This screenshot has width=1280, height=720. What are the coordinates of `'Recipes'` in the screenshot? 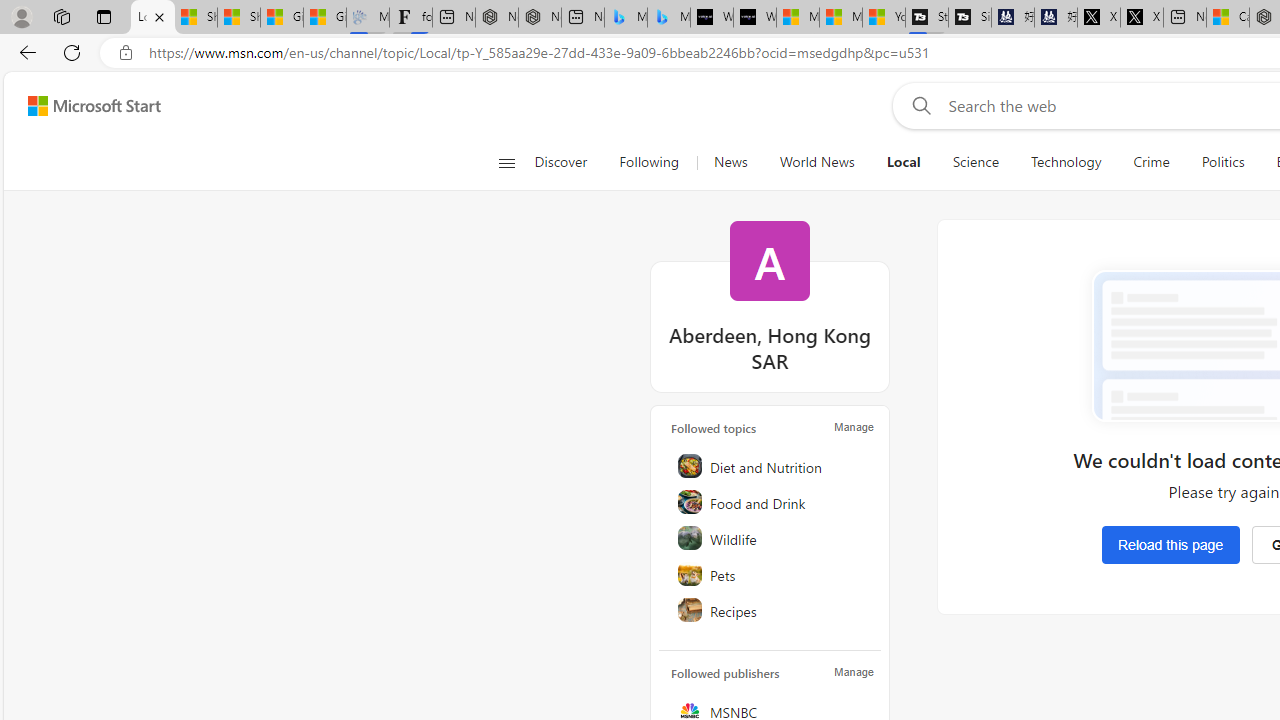 It's located at (770, 608).